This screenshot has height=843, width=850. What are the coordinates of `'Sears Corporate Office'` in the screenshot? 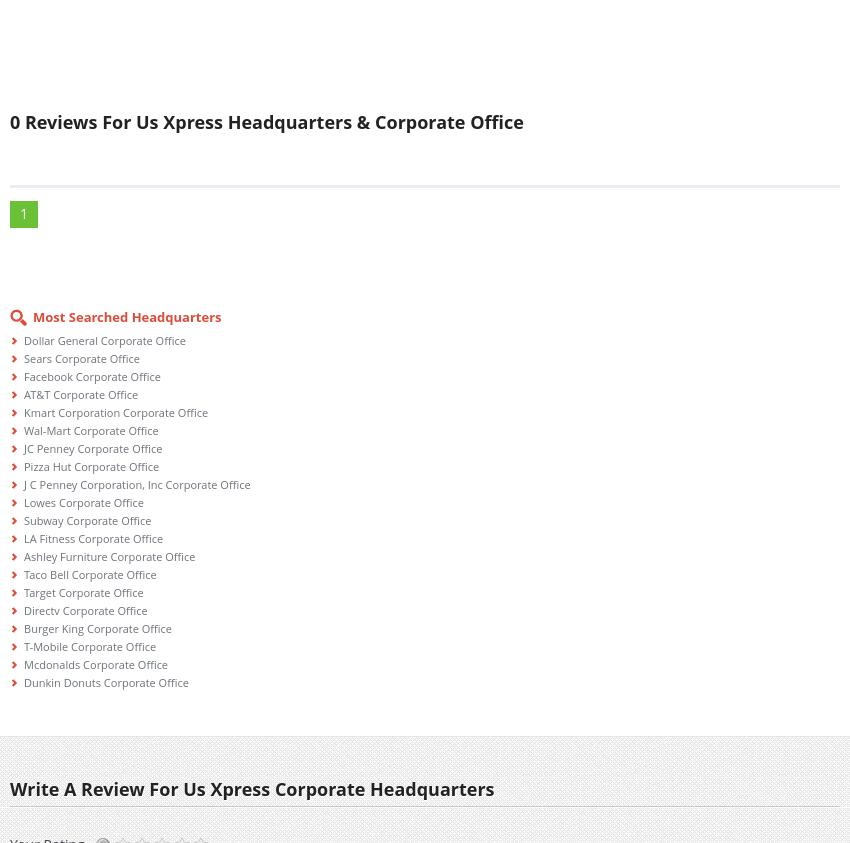 It's located at (81, 357).